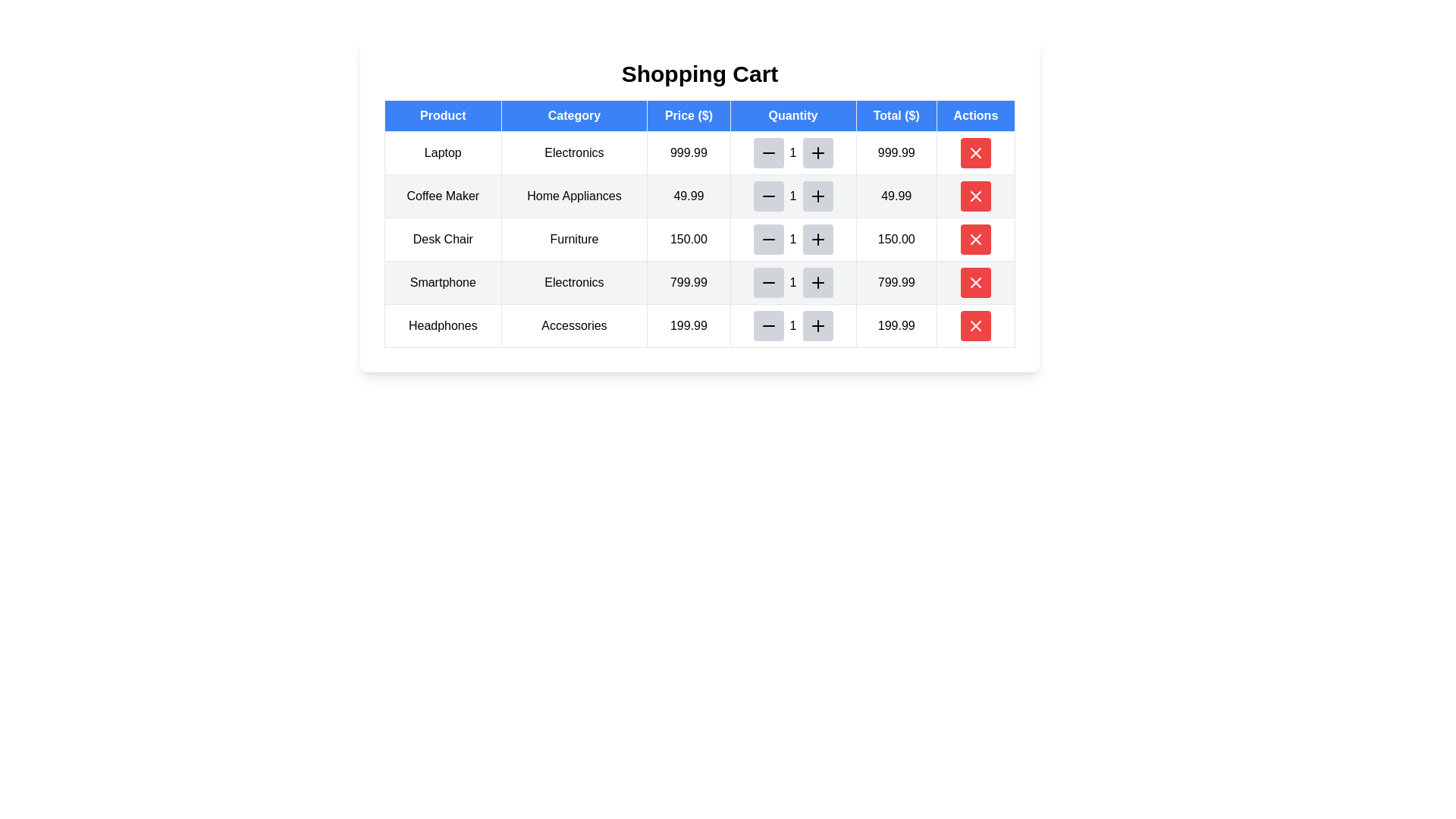 Image resolution: width=1456 pixels, height=819 pixels. I want to click on the read-only numerical display of the current quantity for the 'Home Appliances' item in the shopping cart interface, located under the 'Quantity' column, so click(792, 195).